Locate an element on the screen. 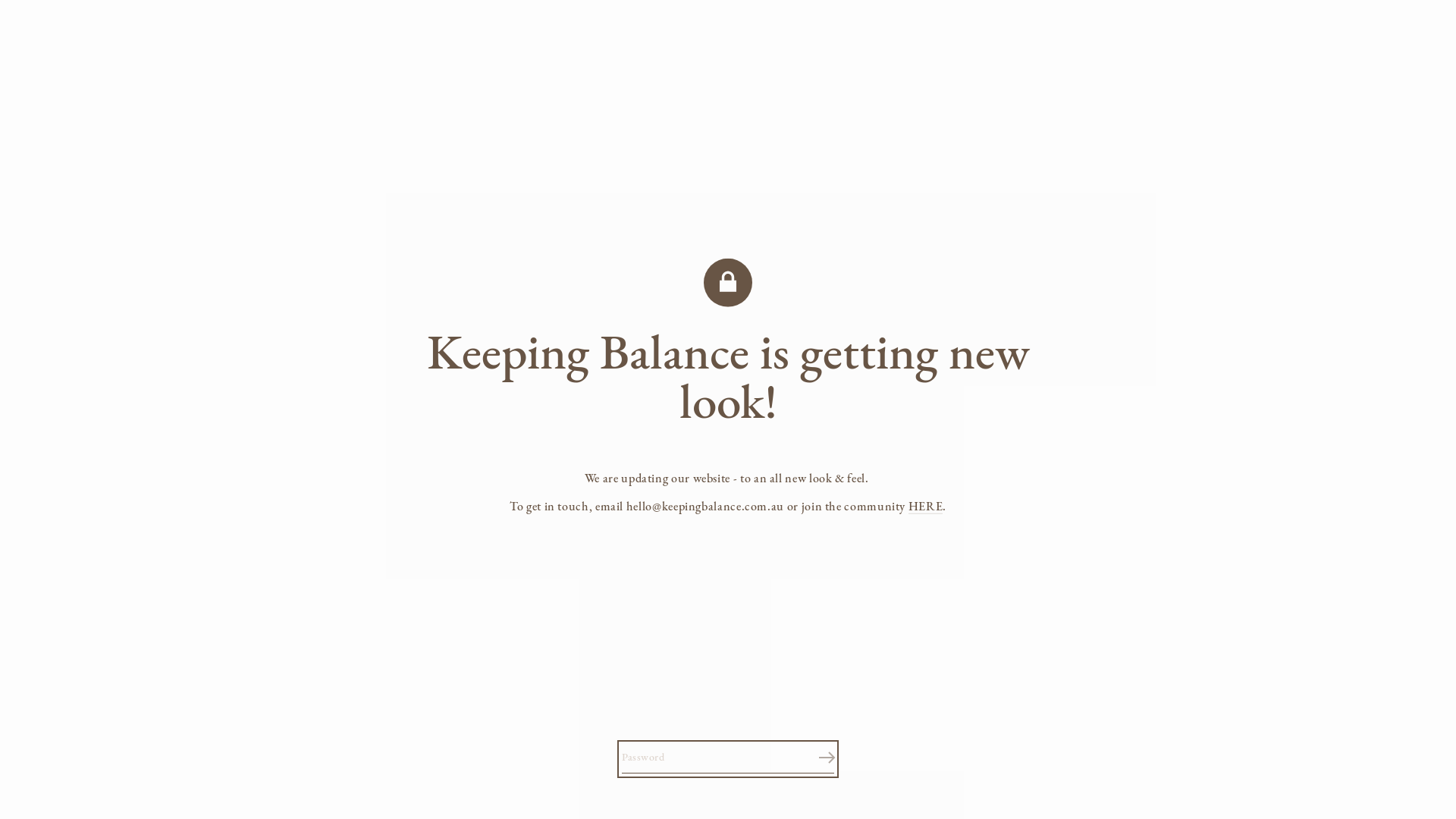 This screenshot has width=1456, height=819. 'HERE' is located at coordinates (924, 507).